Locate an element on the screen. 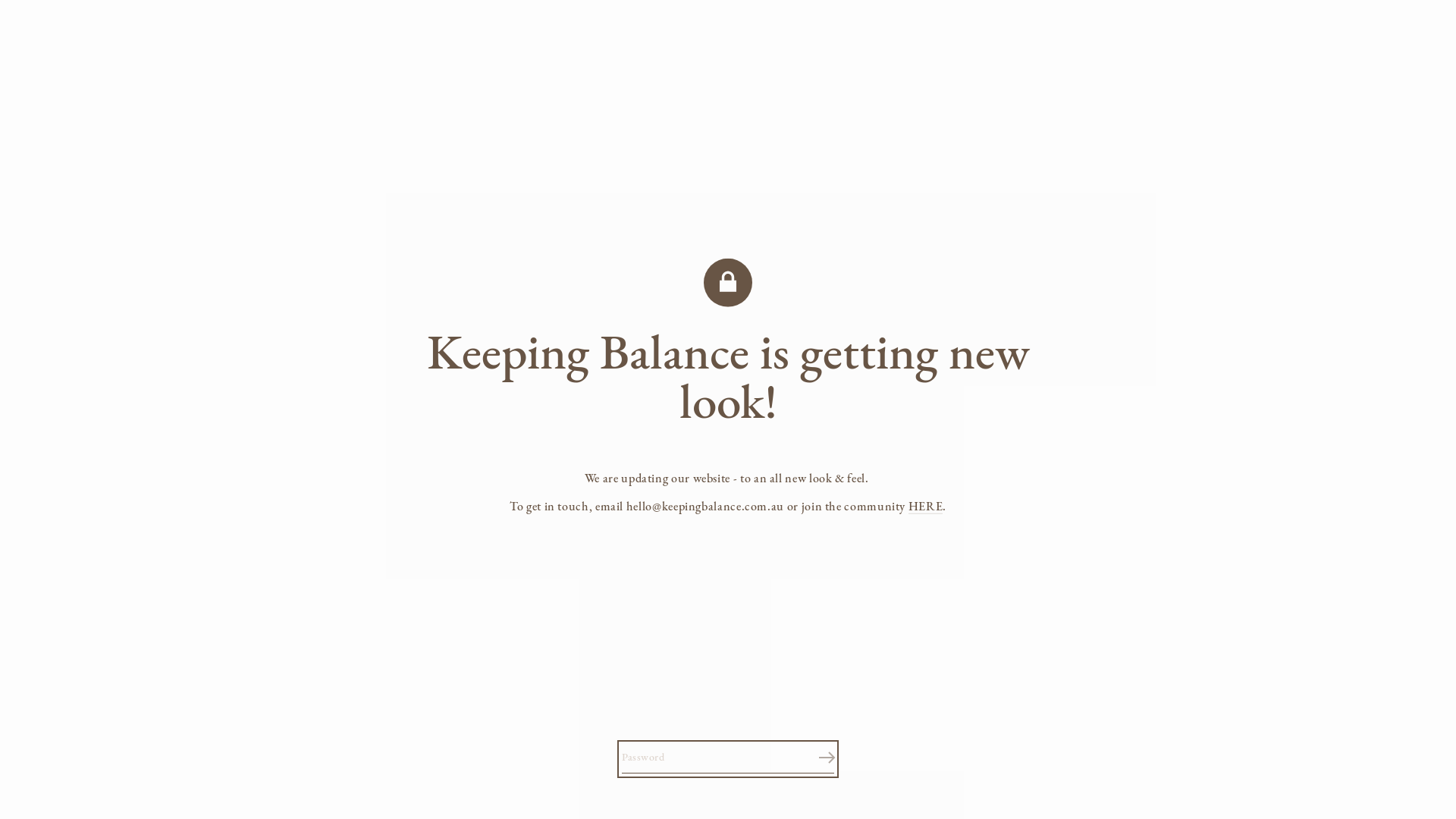 This screenshot has width=1456, height=819. 'HERE' is located at coordinates (924, 507).